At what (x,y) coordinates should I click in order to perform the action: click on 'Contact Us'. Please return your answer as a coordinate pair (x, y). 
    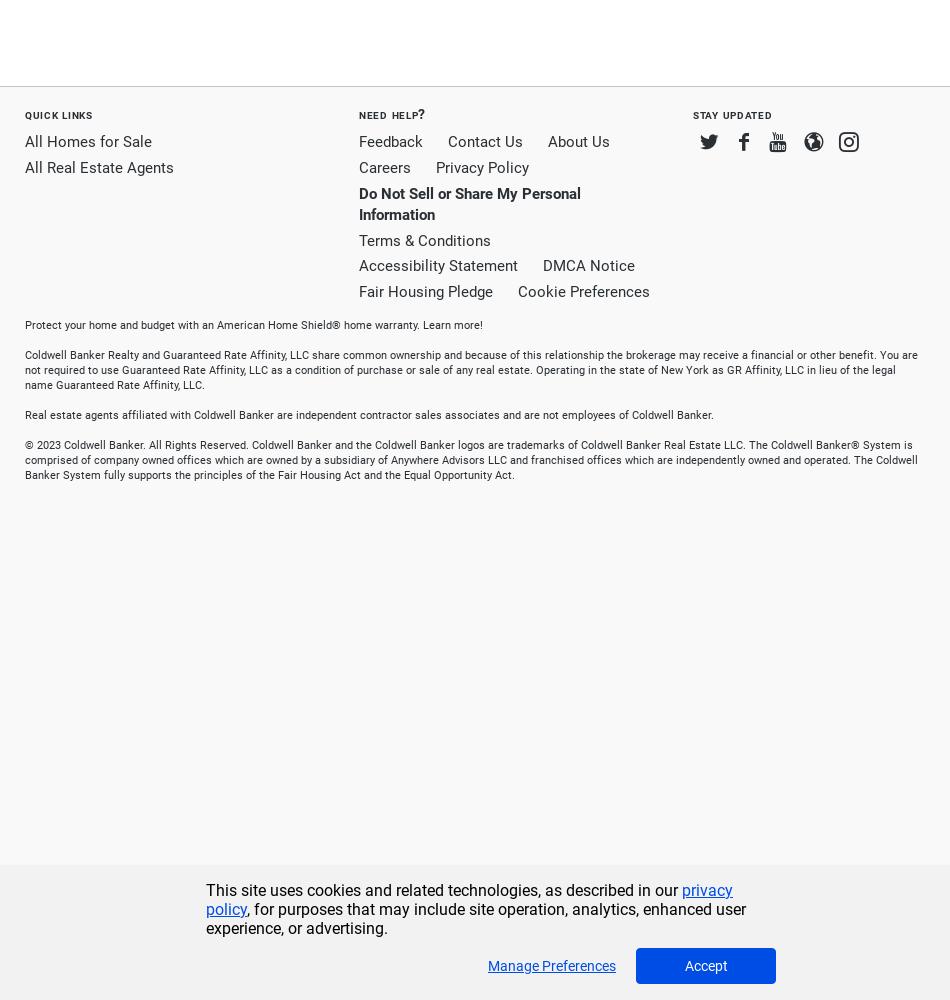
    Looking at the image, I should click on (485, 142).